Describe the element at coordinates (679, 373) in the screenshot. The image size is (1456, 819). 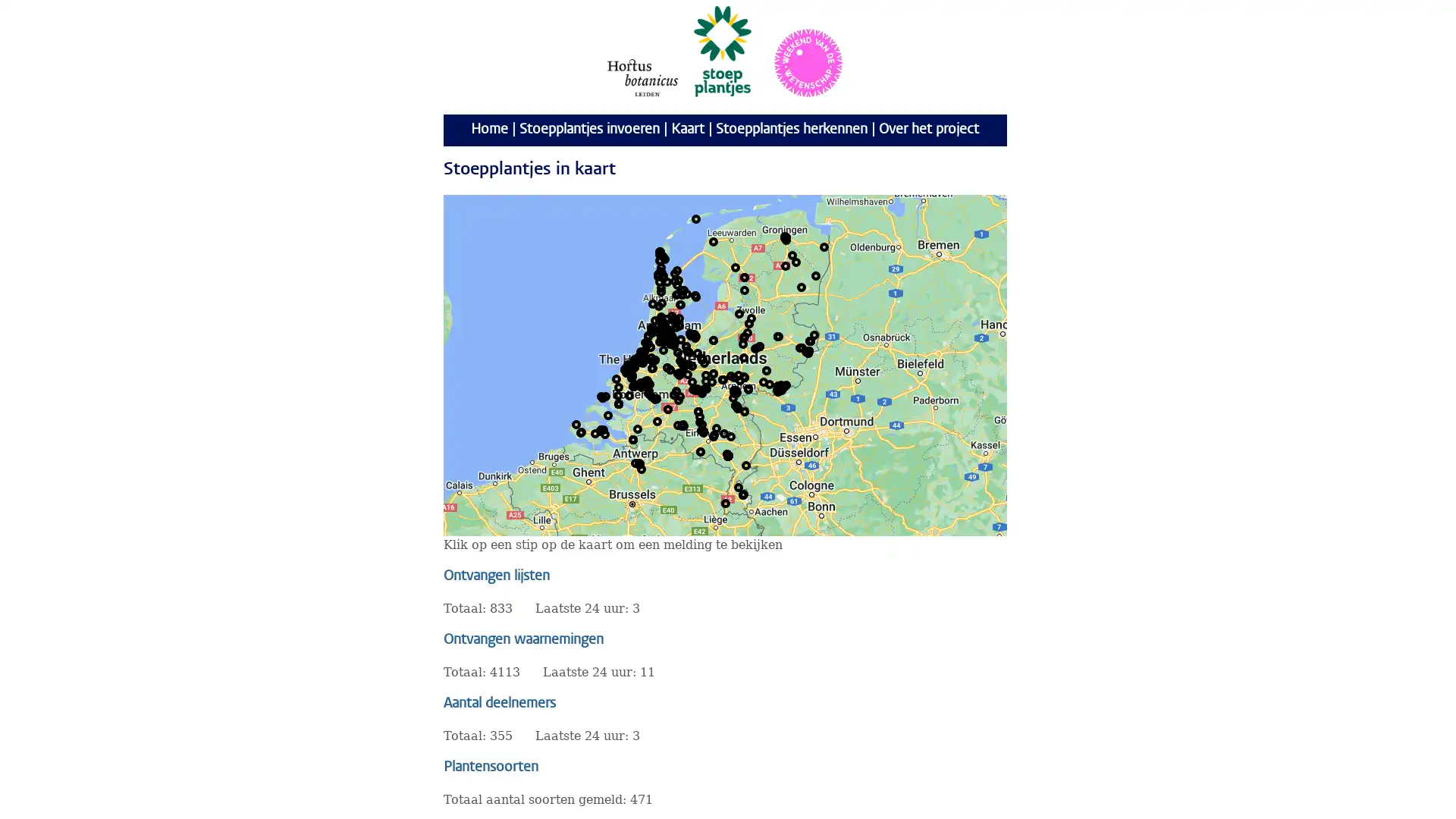
I see `Telling van floran op 02 mei 2022` at that location.